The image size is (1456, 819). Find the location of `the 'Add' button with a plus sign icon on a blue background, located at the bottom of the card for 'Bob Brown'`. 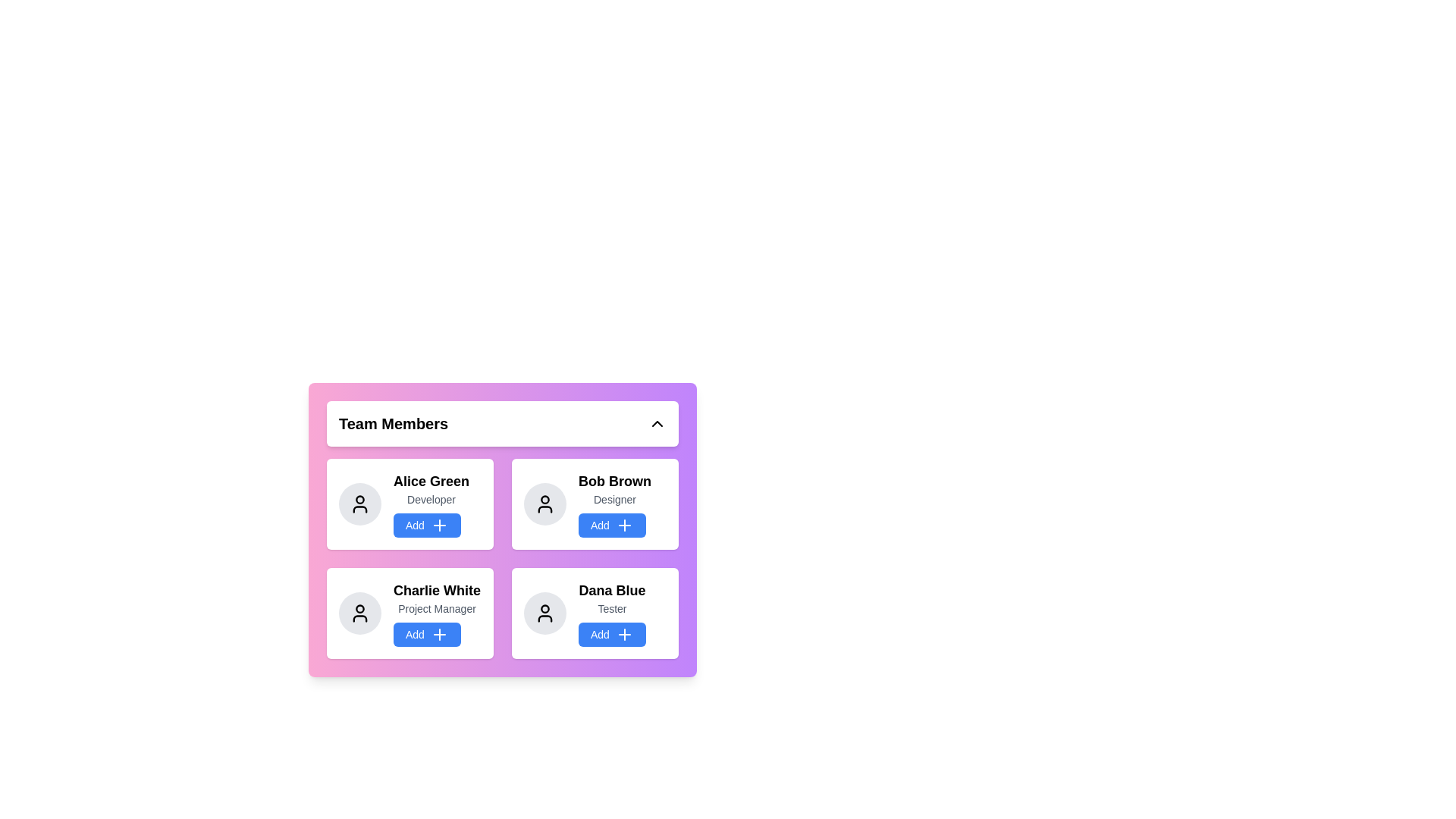

the 'Add' button with a plus sign icon on a blue background, located at the bottom of the card for 'Bob Brown' is located at coordinates (612, 525).